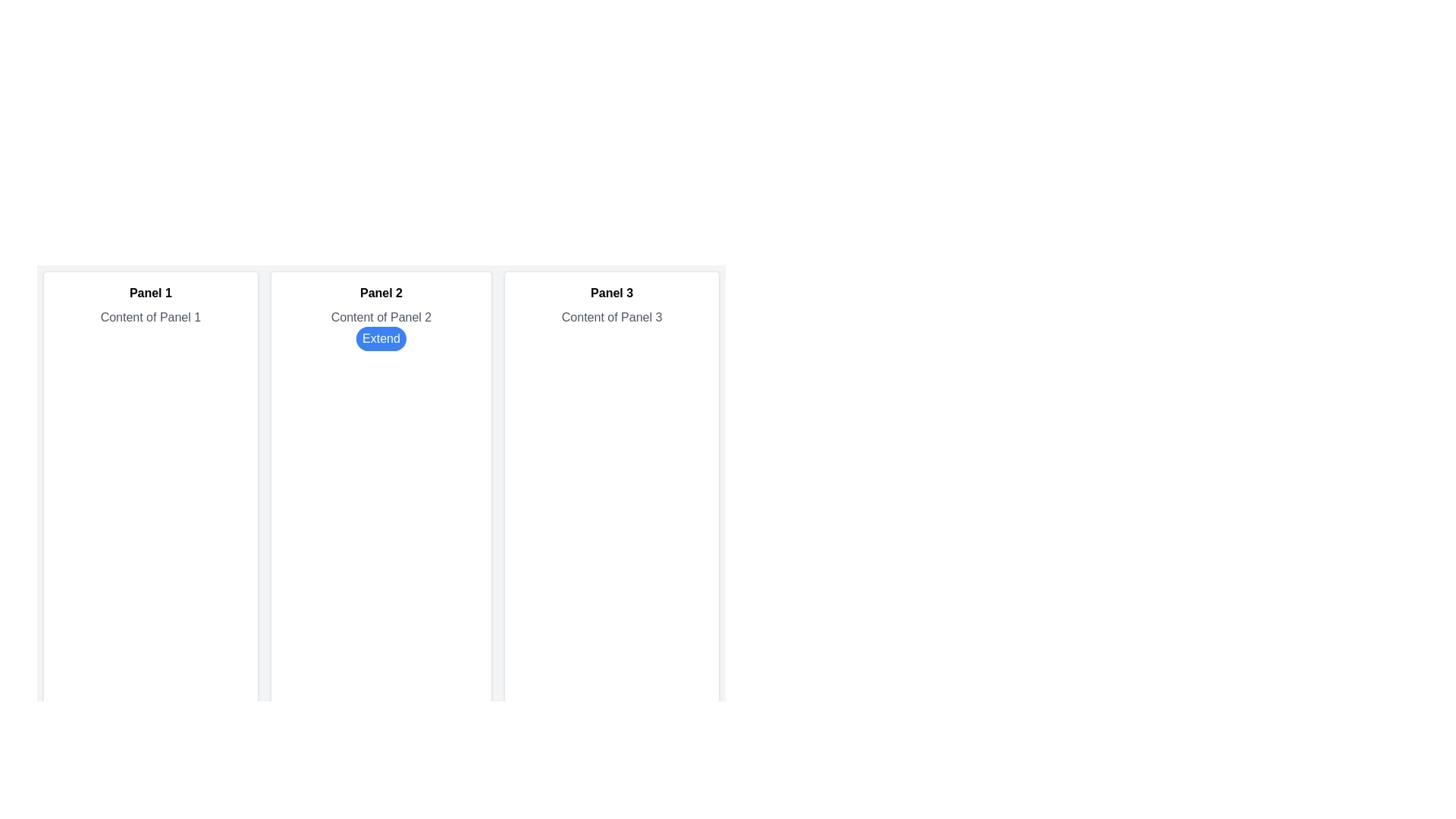  What do you see at coordinates (381, 338) in the screenshot?
I see `the button located centrally within the second column labeled 'Panel 2'` at bounding box center [381, 338].